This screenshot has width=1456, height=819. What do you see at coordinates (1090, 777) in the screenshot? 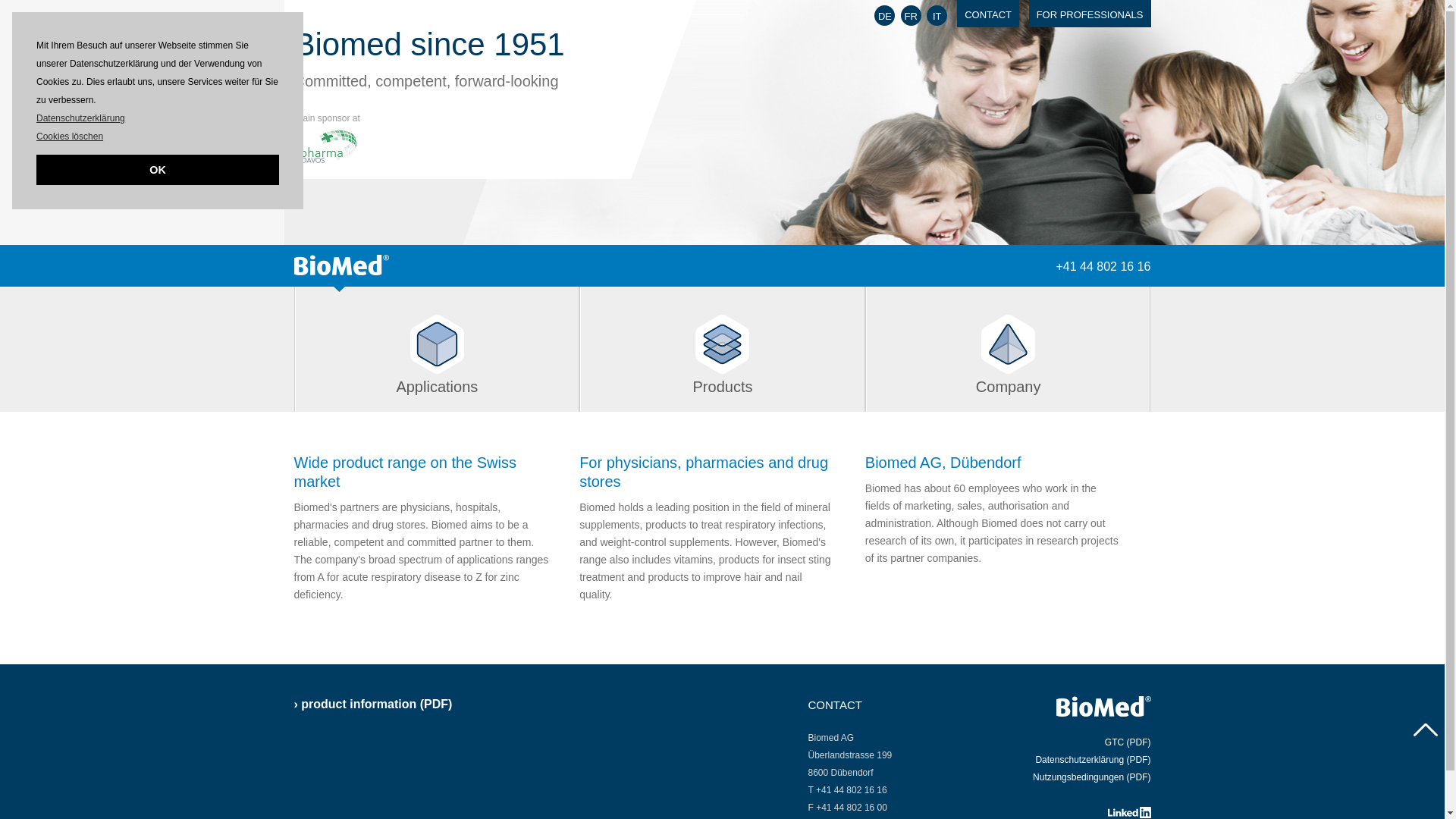
I see `'Nutzungsbedingungen (PDF)'` at bounding box center [1090, 777].